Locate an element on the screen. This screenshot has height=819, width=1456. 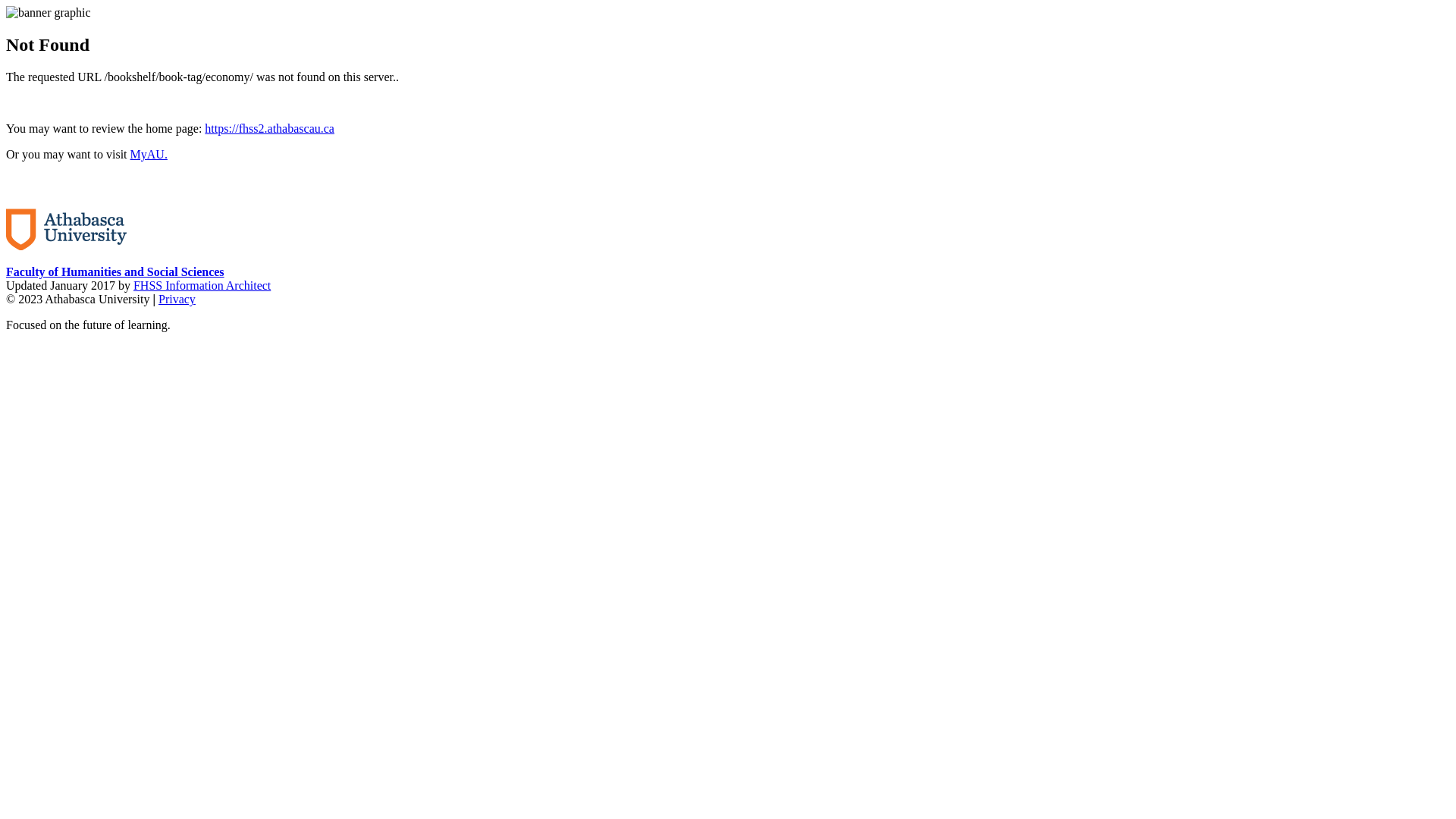
'Faculty of Humanities and Social Sciences' is located at coordinates (115, 271).